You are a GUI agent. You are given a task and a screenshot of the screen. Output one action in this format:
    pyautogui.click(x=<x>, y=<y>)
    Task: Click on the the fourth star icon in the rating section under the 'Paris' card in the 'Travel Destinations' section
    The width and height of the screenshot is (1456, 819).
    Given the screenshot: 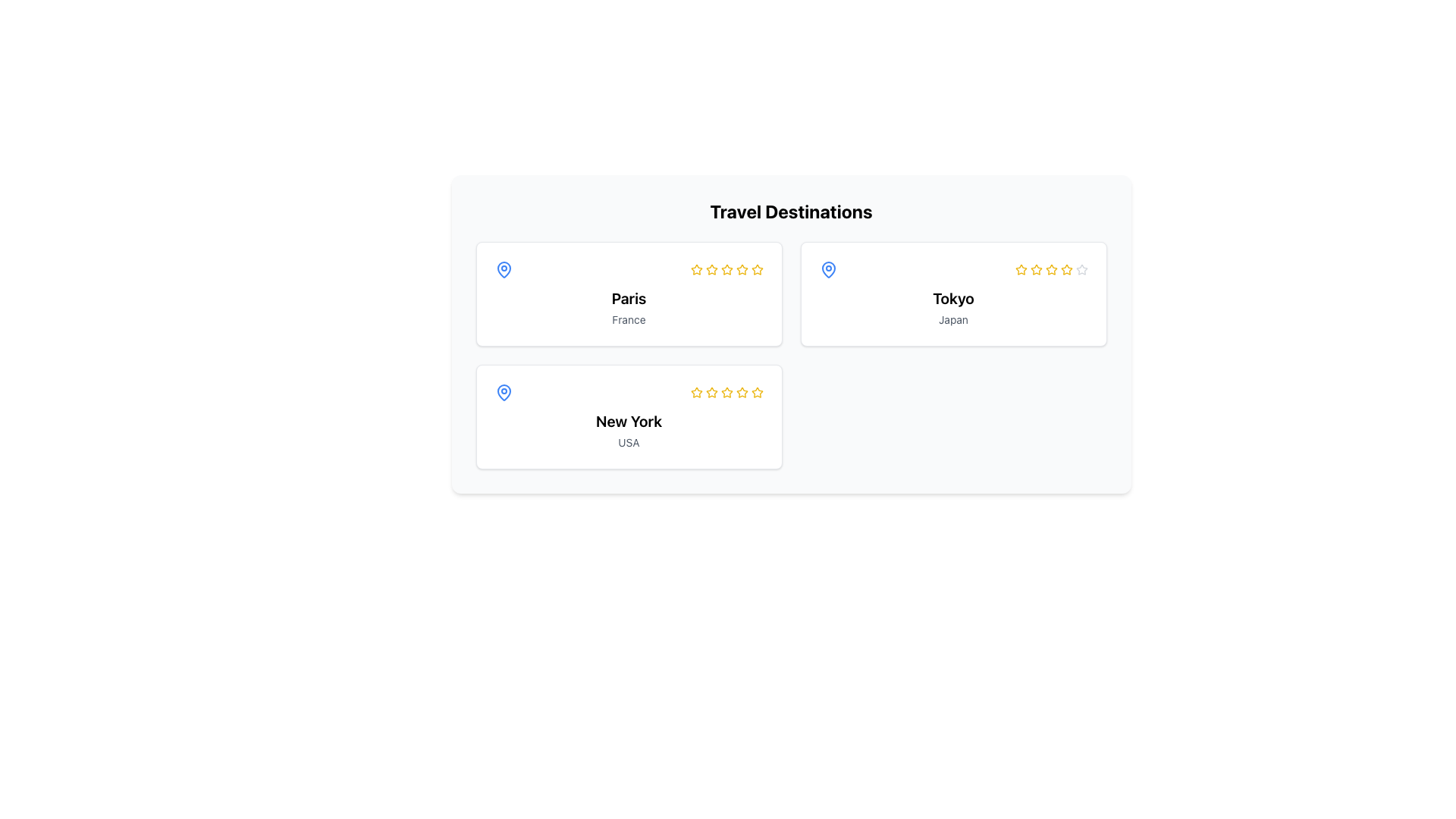 What is the action you would take?
    pyautogui.click(x=726, y=268)
    